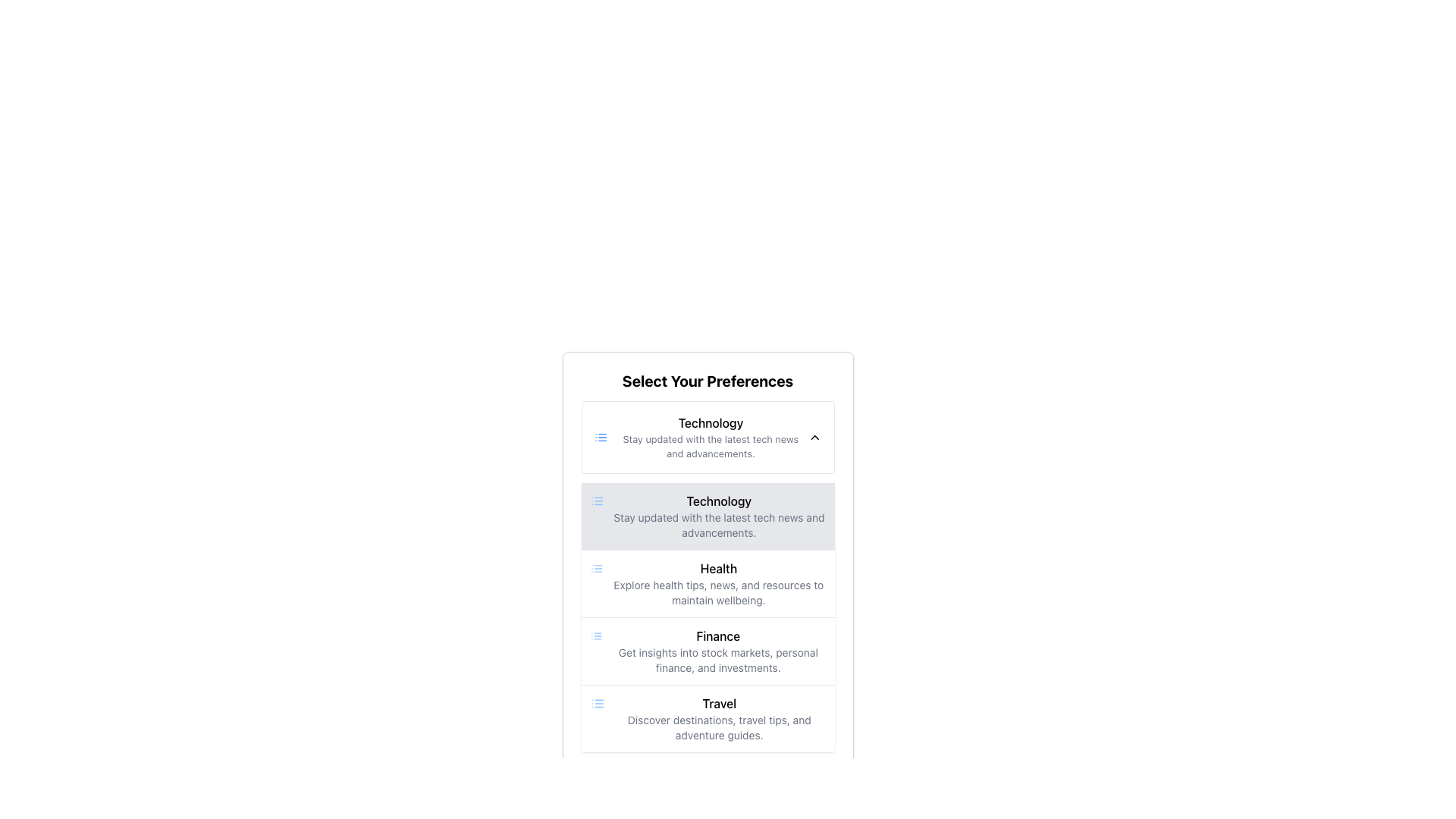  I want to click on the 'Technology' preference icon located to the left of the 'Technology' text in the settings interface, so click(600, 438).